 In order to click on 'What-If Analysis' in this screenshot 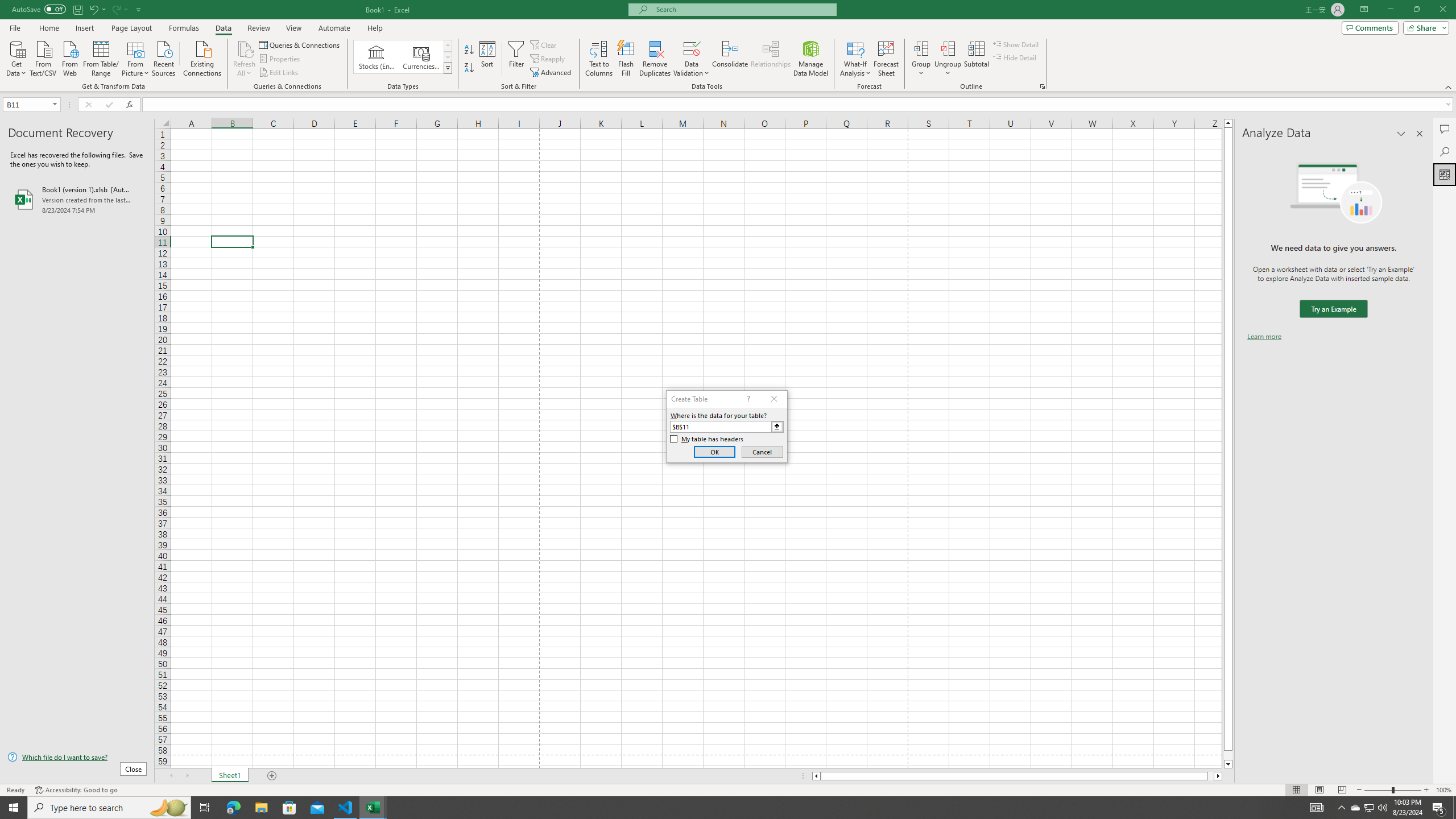, I will do `click(855, 59)`.